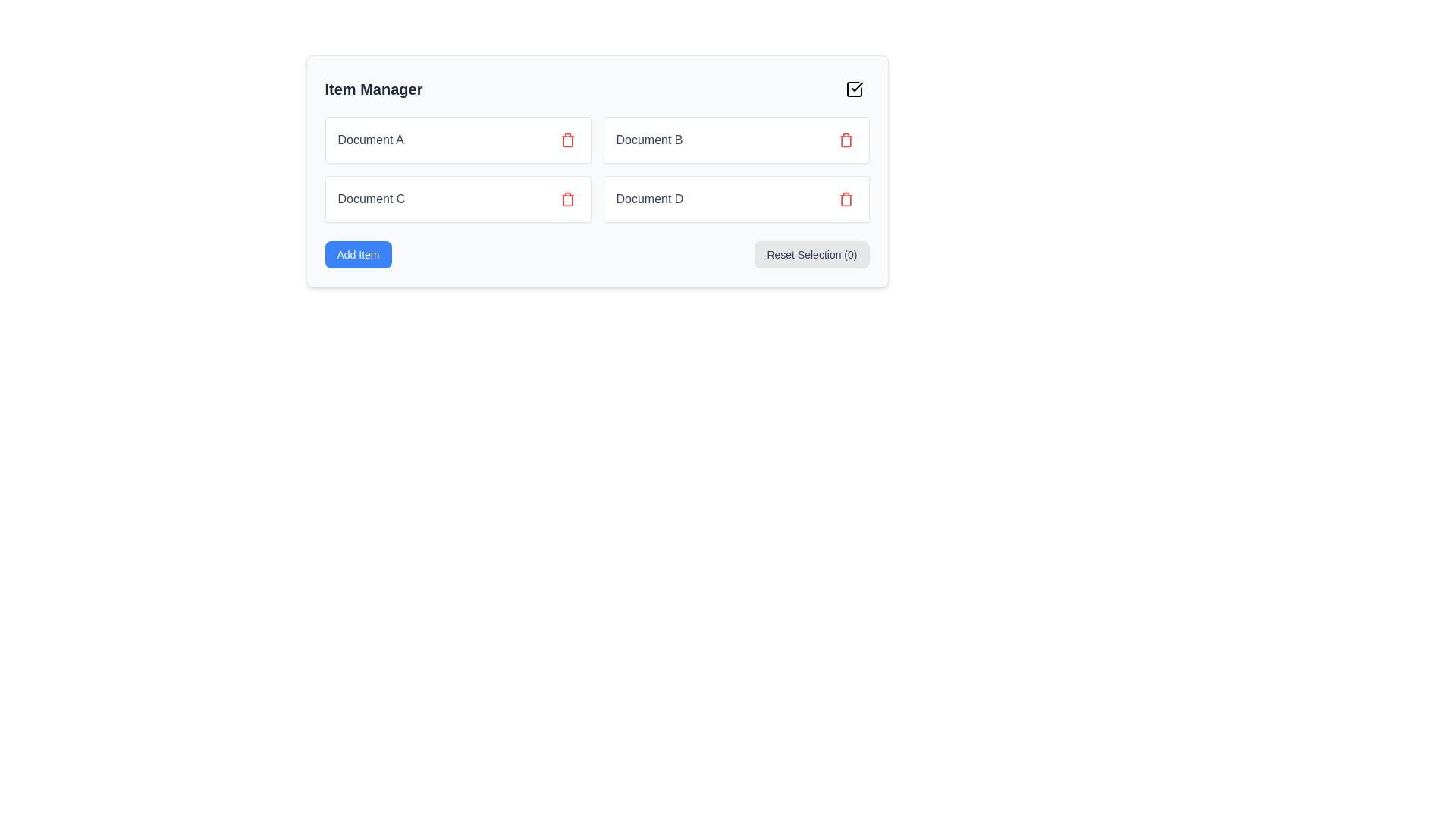 This screenshot has width=1456, height=819. I want to click on the trash can icon associated with 'Document B', so click(845, 141).